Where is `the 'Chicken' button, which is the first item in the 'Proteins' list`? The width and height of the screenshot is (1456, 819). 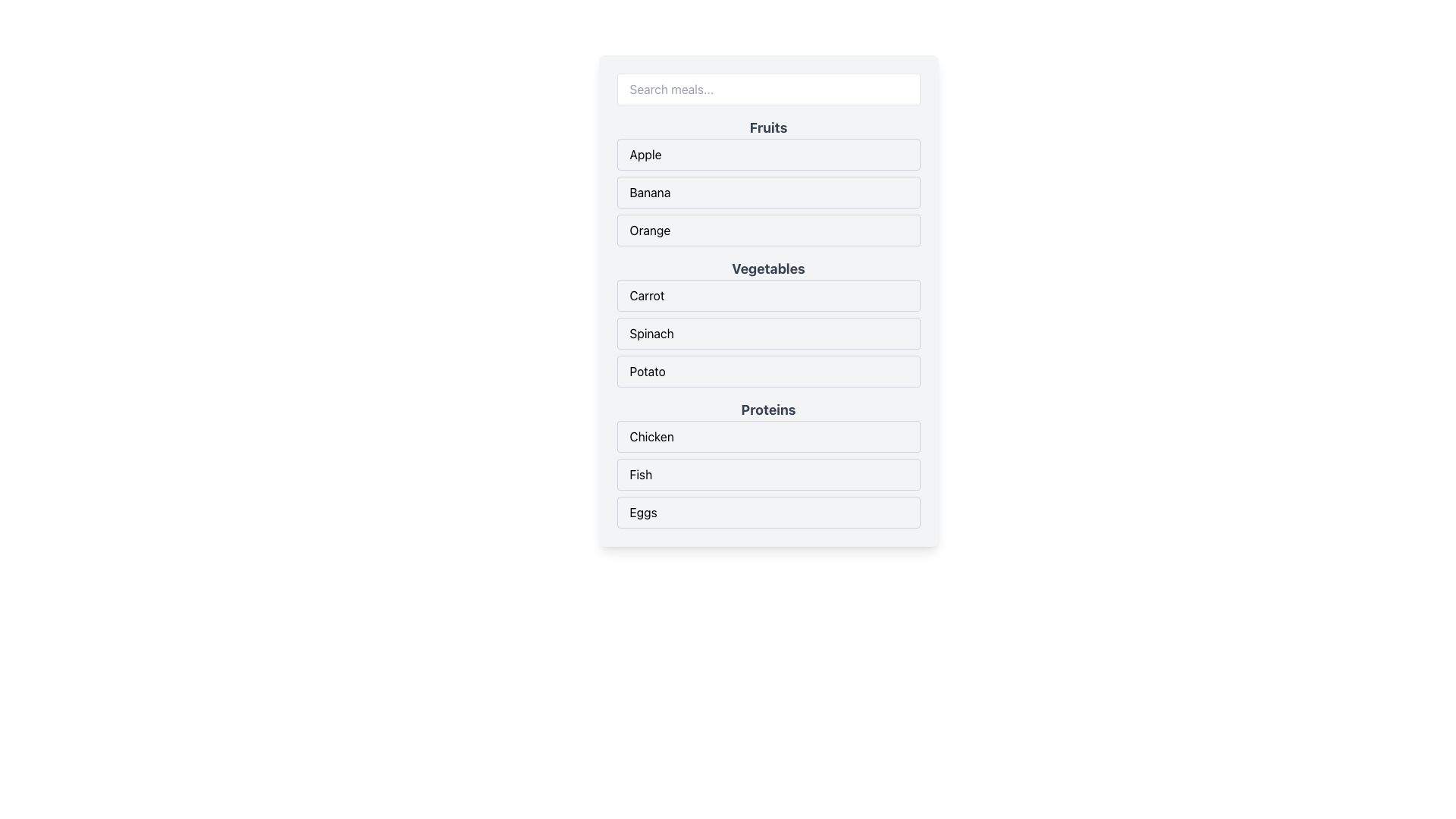
the 'Chicken' button, which is the first item in the 'Proteins' list is located at coordinates (768, 436).